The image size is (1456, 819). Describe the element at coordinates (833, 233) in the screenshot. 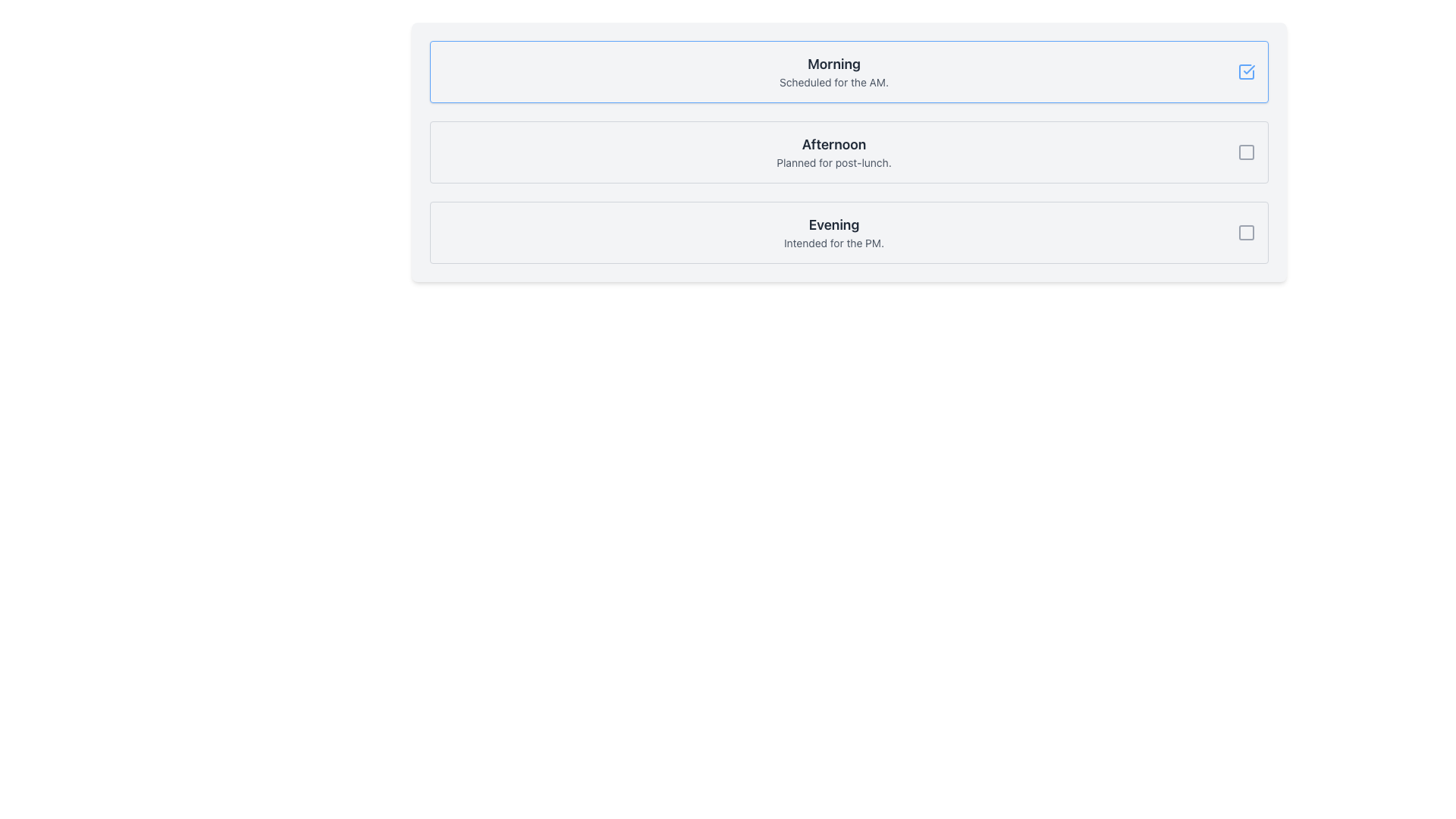

I see `the static text element that displays 'Evening' prominently in bold, located in the third option of a vertical list, positioned below 'Afternoon' and above further interface elements` at that location.